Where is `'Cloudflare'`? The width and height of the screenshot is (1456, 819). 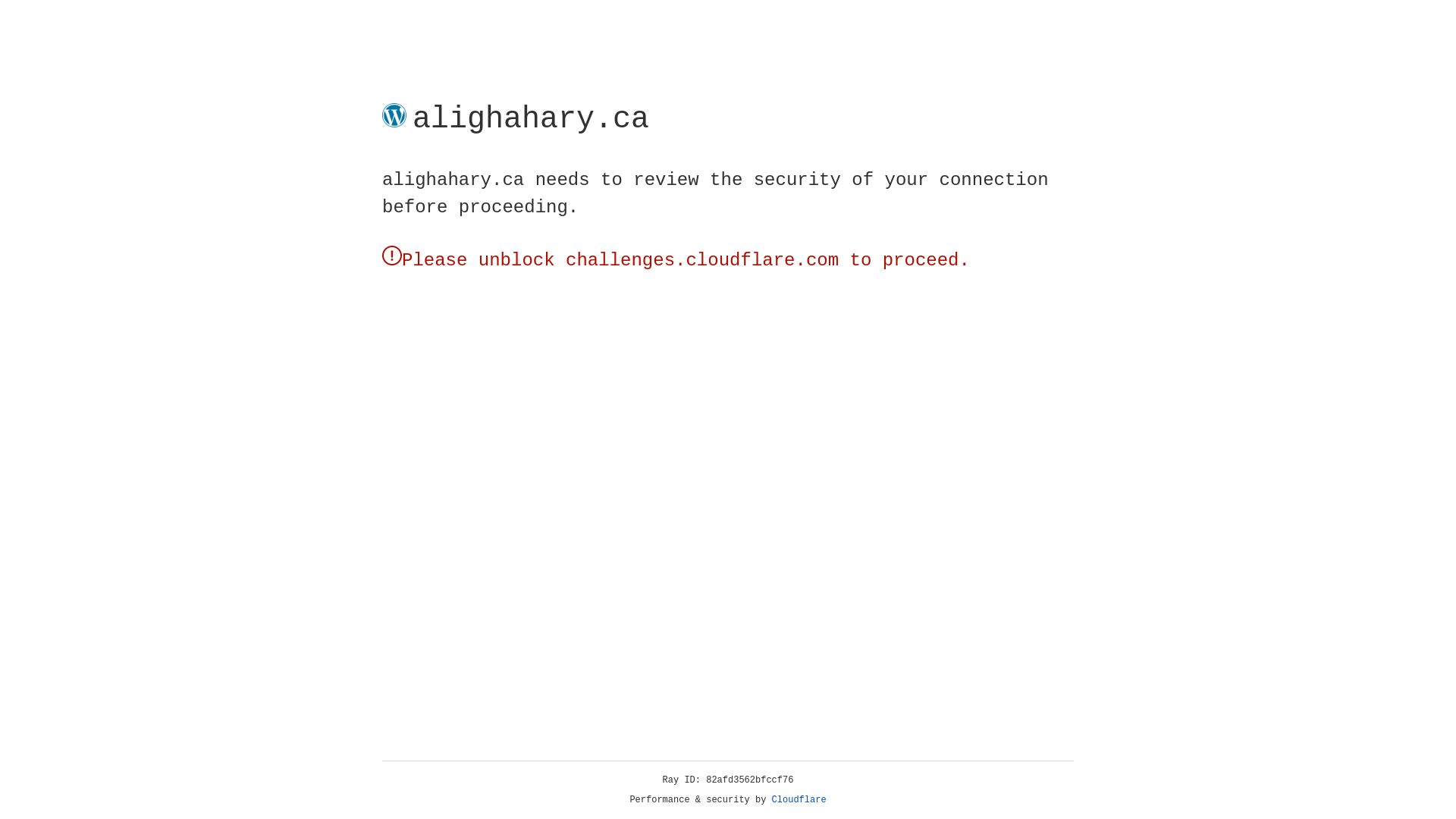 'Cloudflare' is located at coordinates (799, 799).